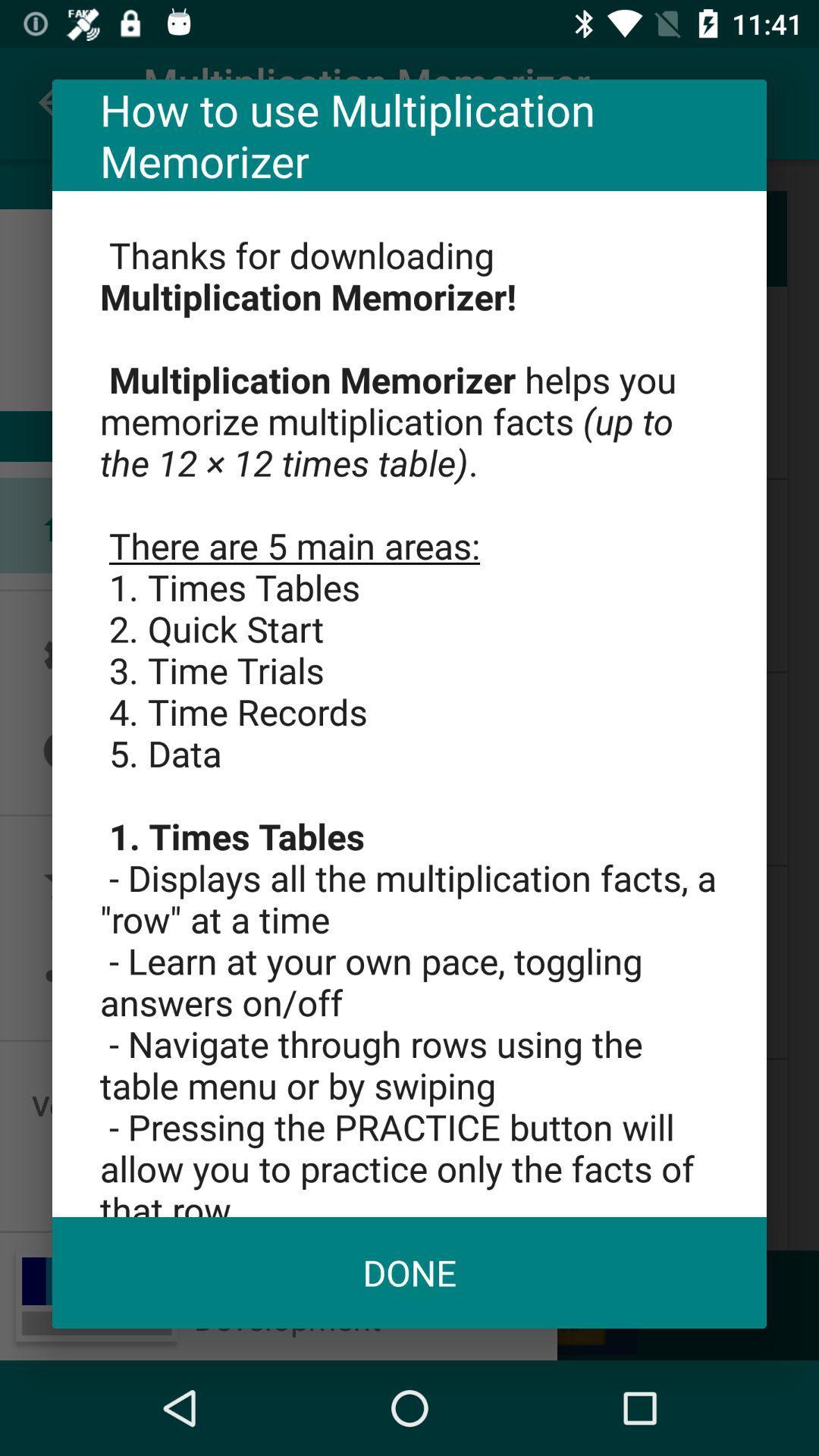 This screenshot has height=1456, width=819. What do you see at coordinates (409, 1272) in the screenshot?
I see `the icon below thanks for downloading` at bounding box center [409, 1272].